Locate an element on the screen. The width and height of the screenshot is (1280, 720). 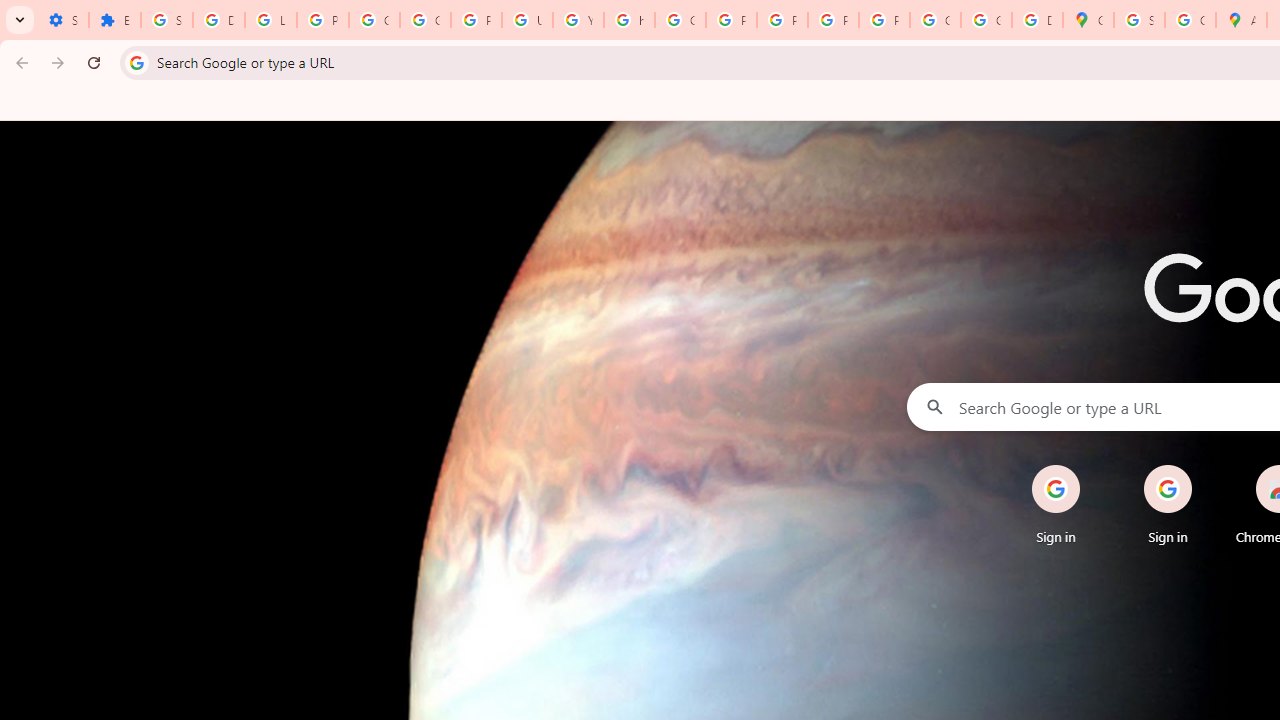
'Privacy Help Center - Policies Help' is located at coordinates (730, 20).